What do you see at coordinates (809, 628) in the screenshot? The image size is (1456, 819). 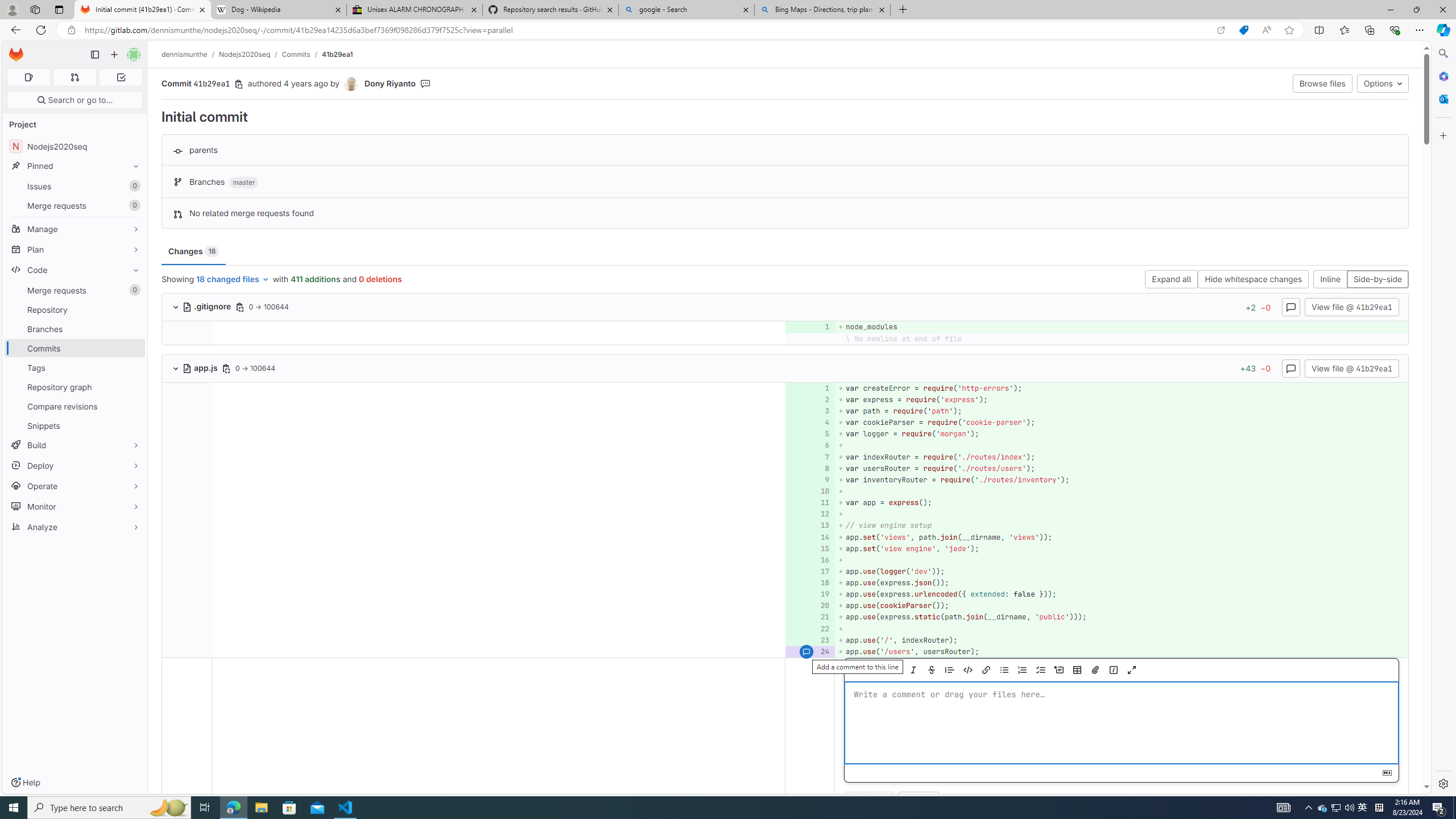 I see `'22'` at bounding box center [809, 628].